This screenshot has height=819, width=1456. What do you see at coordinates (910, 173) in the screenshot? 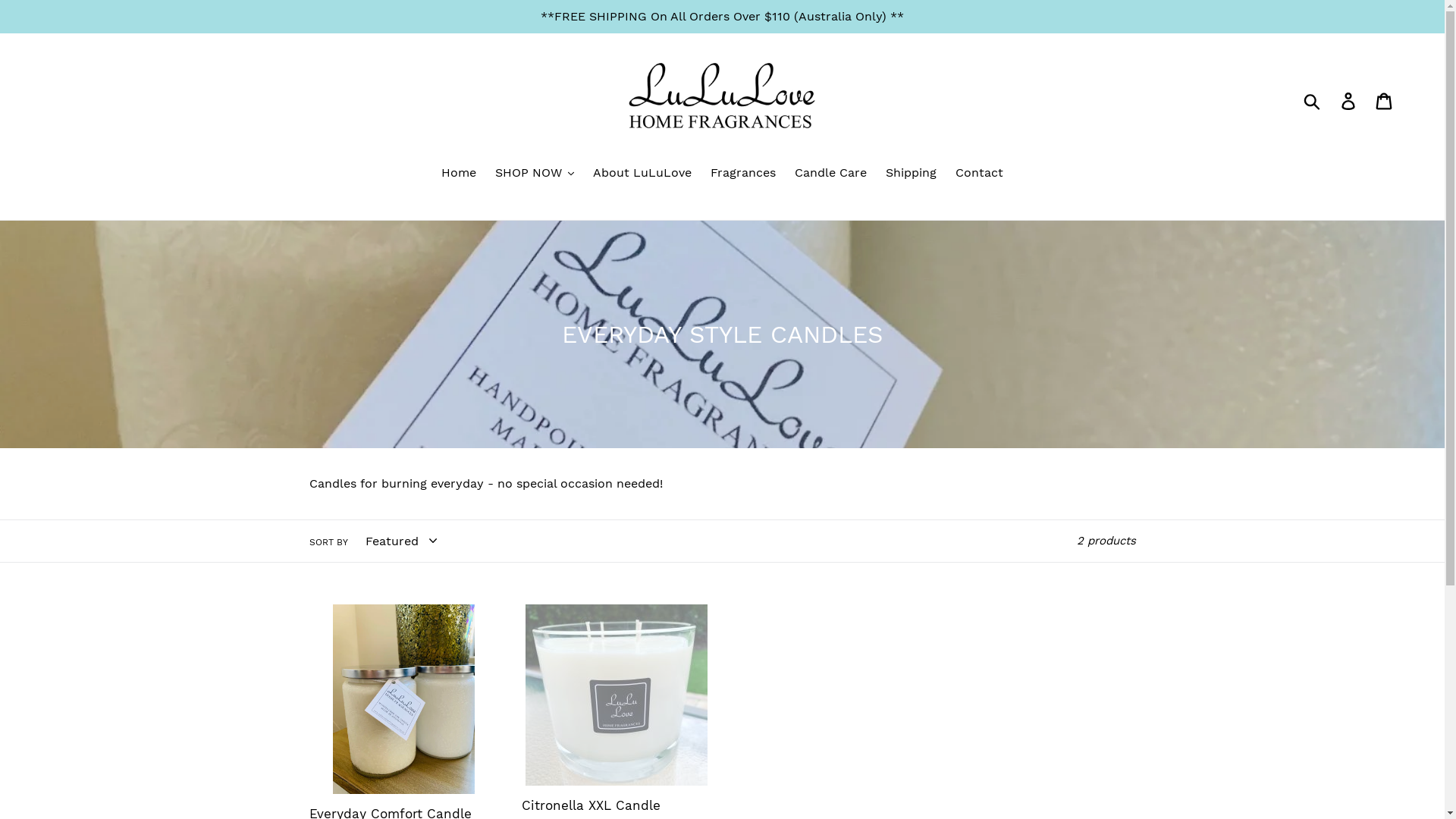
I see `'Shipping'` at bounding box center [910, 173].